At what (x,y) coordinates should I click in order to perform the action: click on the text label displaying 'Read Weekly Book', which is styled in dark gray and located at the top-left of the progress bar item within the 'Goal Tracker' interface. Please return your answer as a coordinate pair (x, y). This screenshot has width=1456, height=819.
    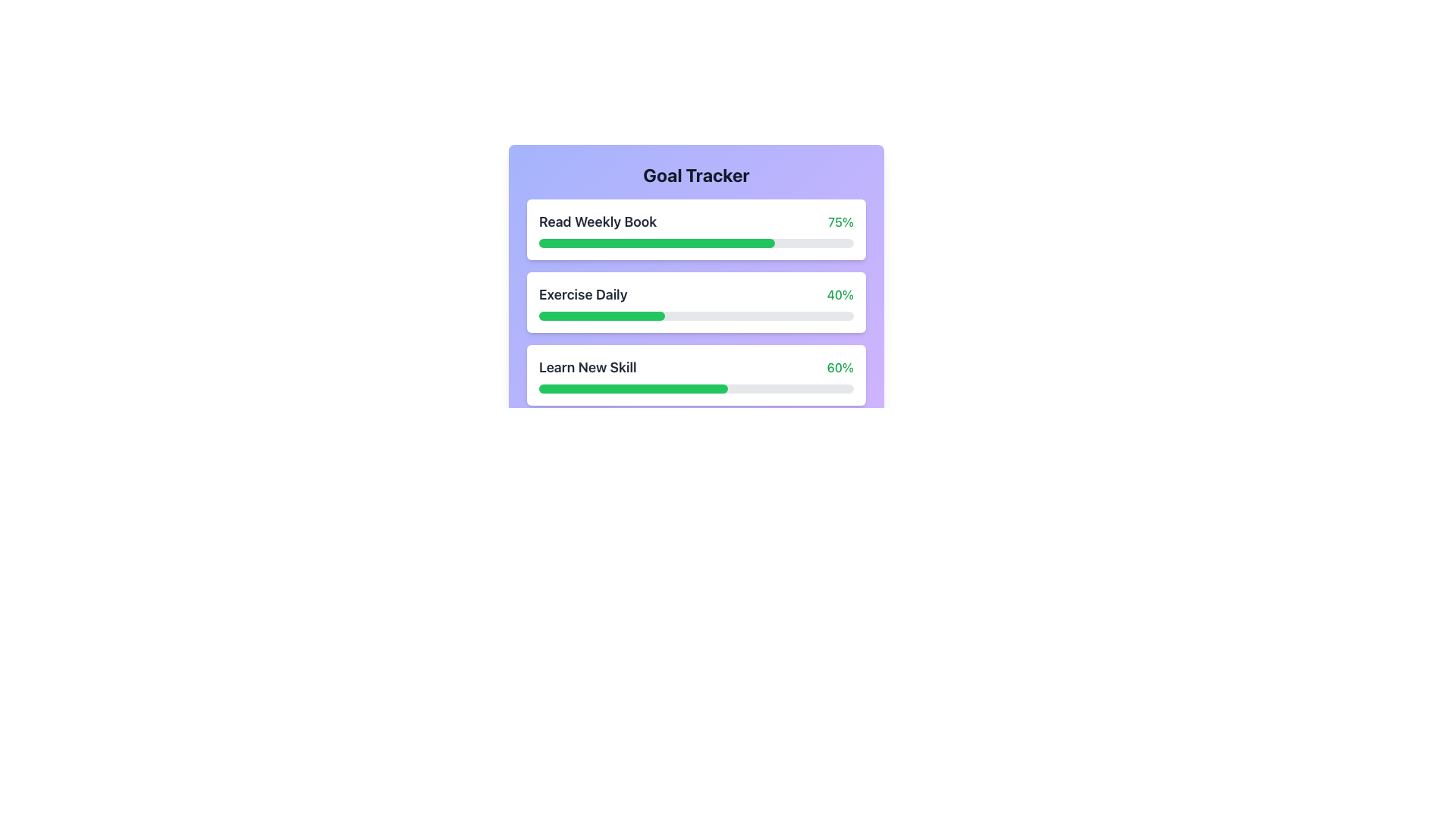
    Looking at the image, I should click on (597, 222).